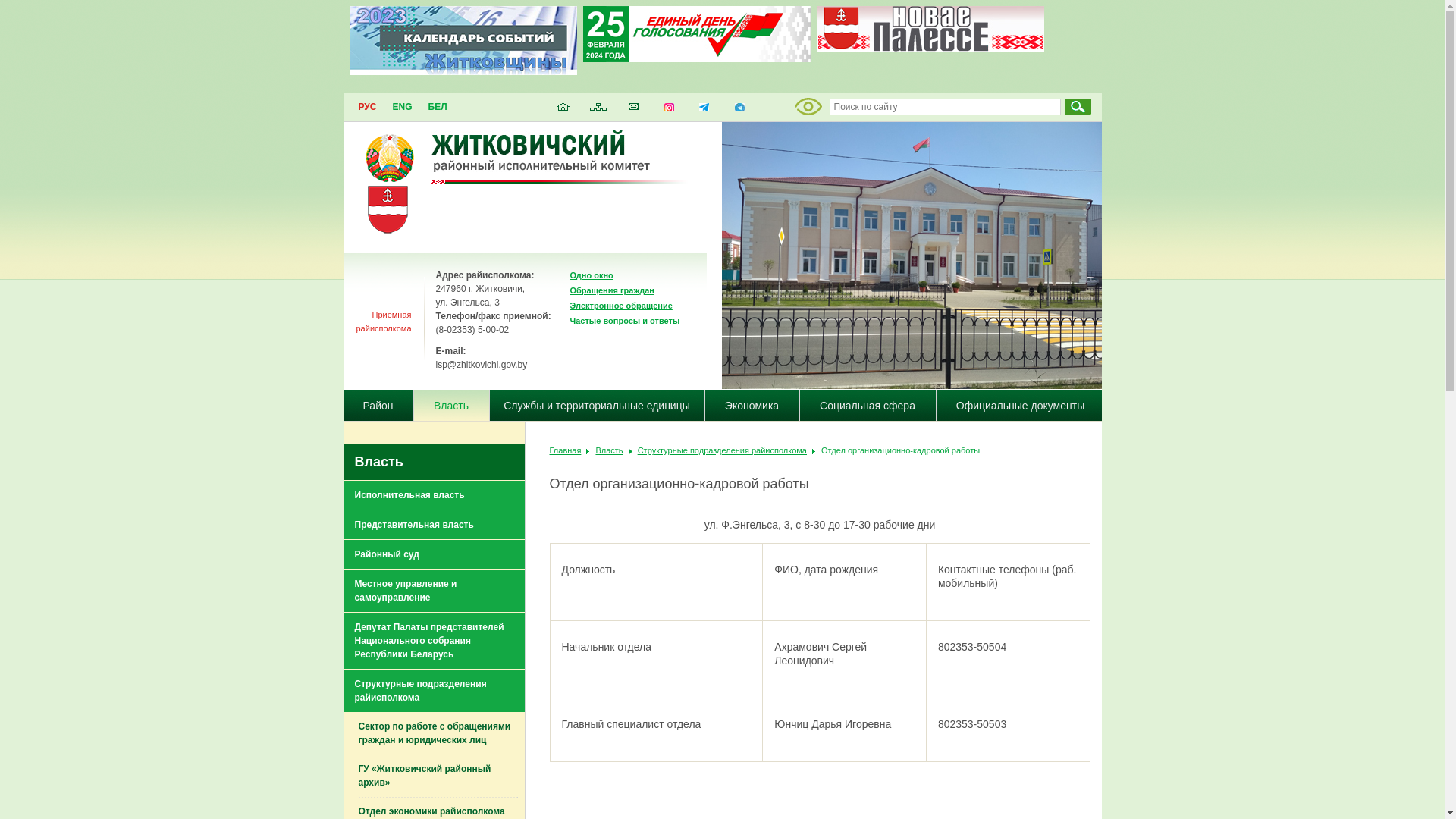 The image size is (1456, 819). What do you see at coordinates (401, 106) in the screenshot?
I see `'ENG'` at bounding box center [401, 106].